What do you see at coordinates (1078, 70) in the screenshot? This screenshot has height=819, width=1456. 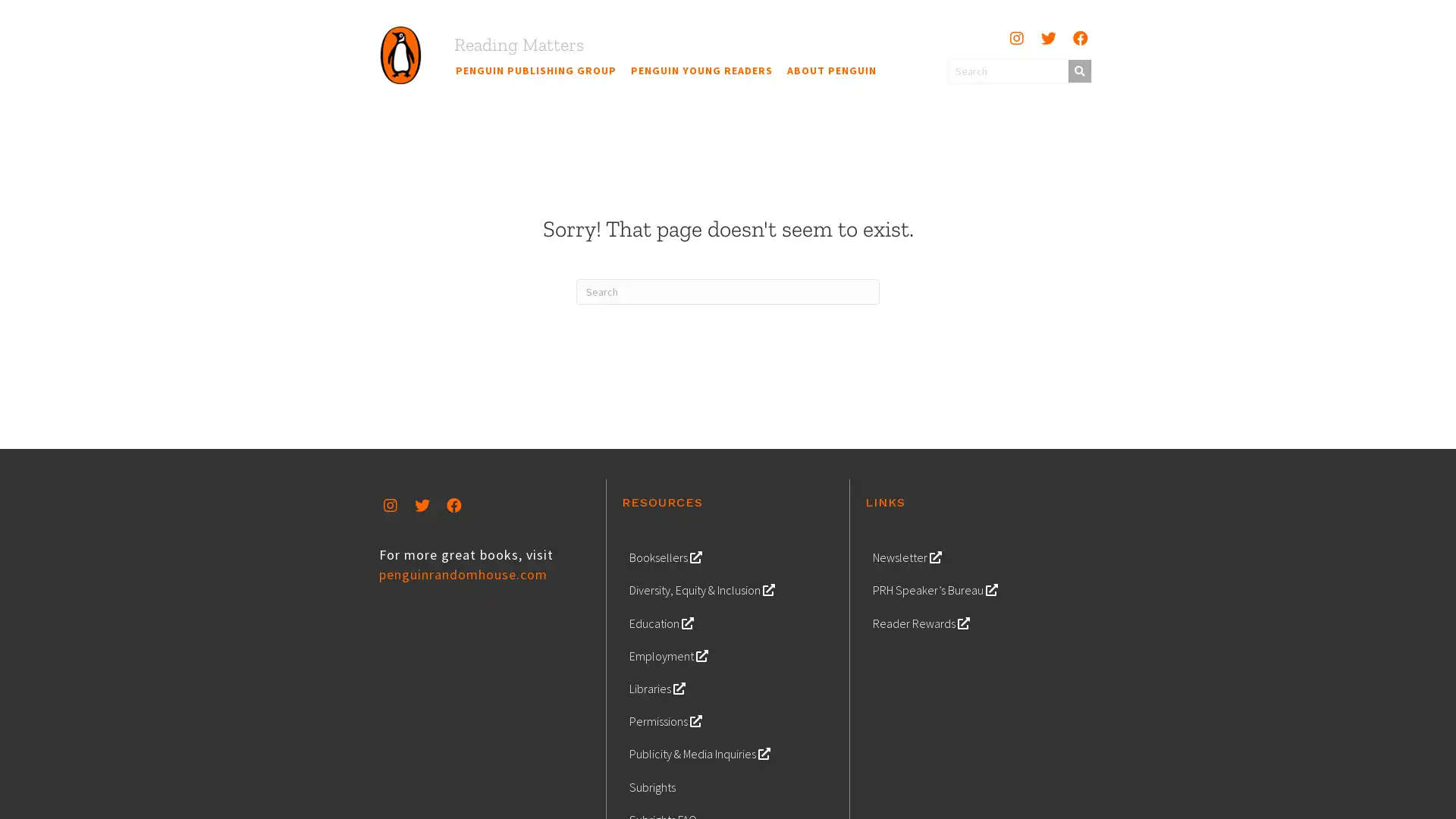 I see `Search` at bounding box center [1078, 70].